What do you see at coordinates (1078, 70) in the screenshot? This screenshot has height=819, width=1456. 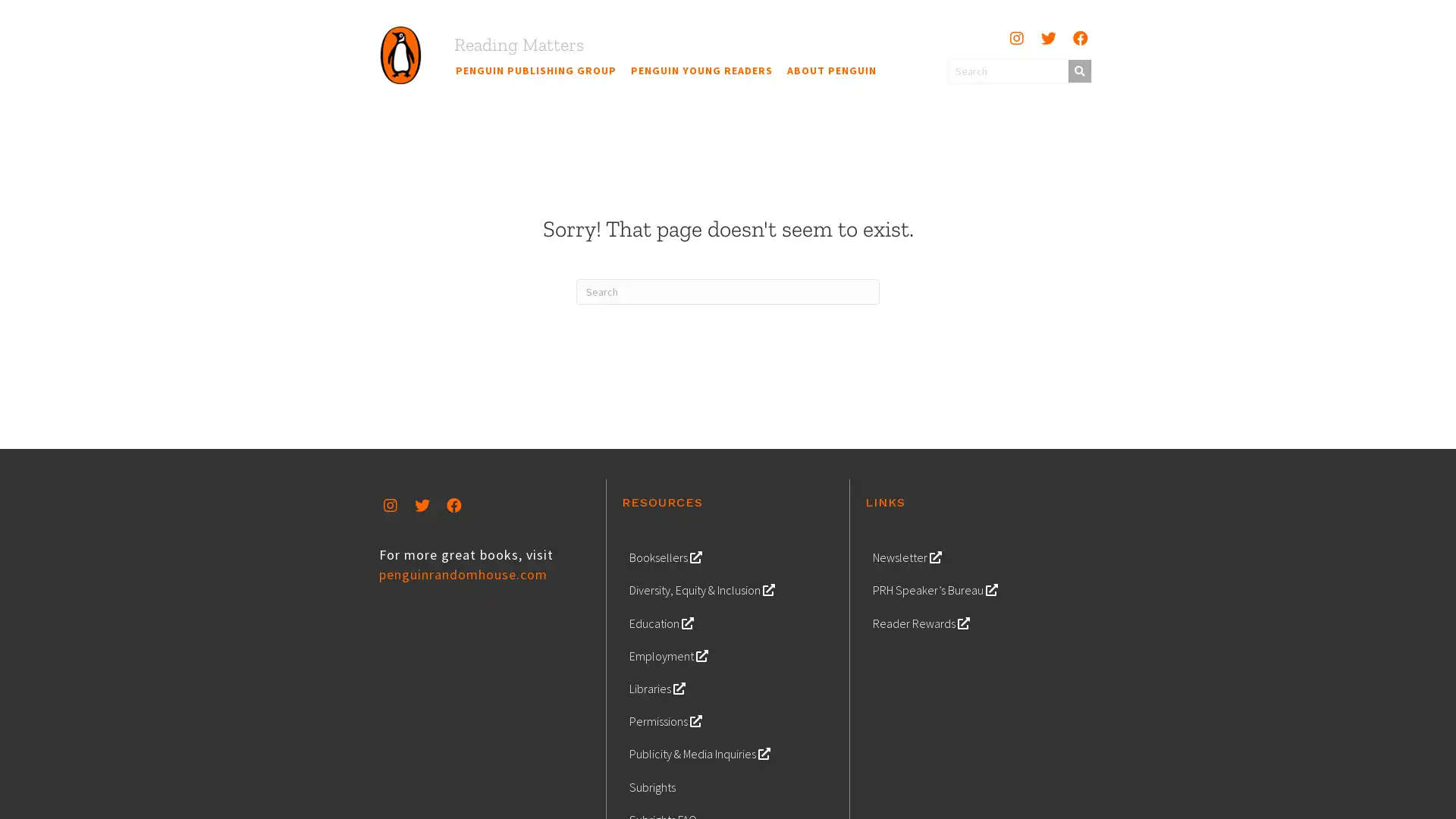 I see `Search` at bounding box center [1078, 70].